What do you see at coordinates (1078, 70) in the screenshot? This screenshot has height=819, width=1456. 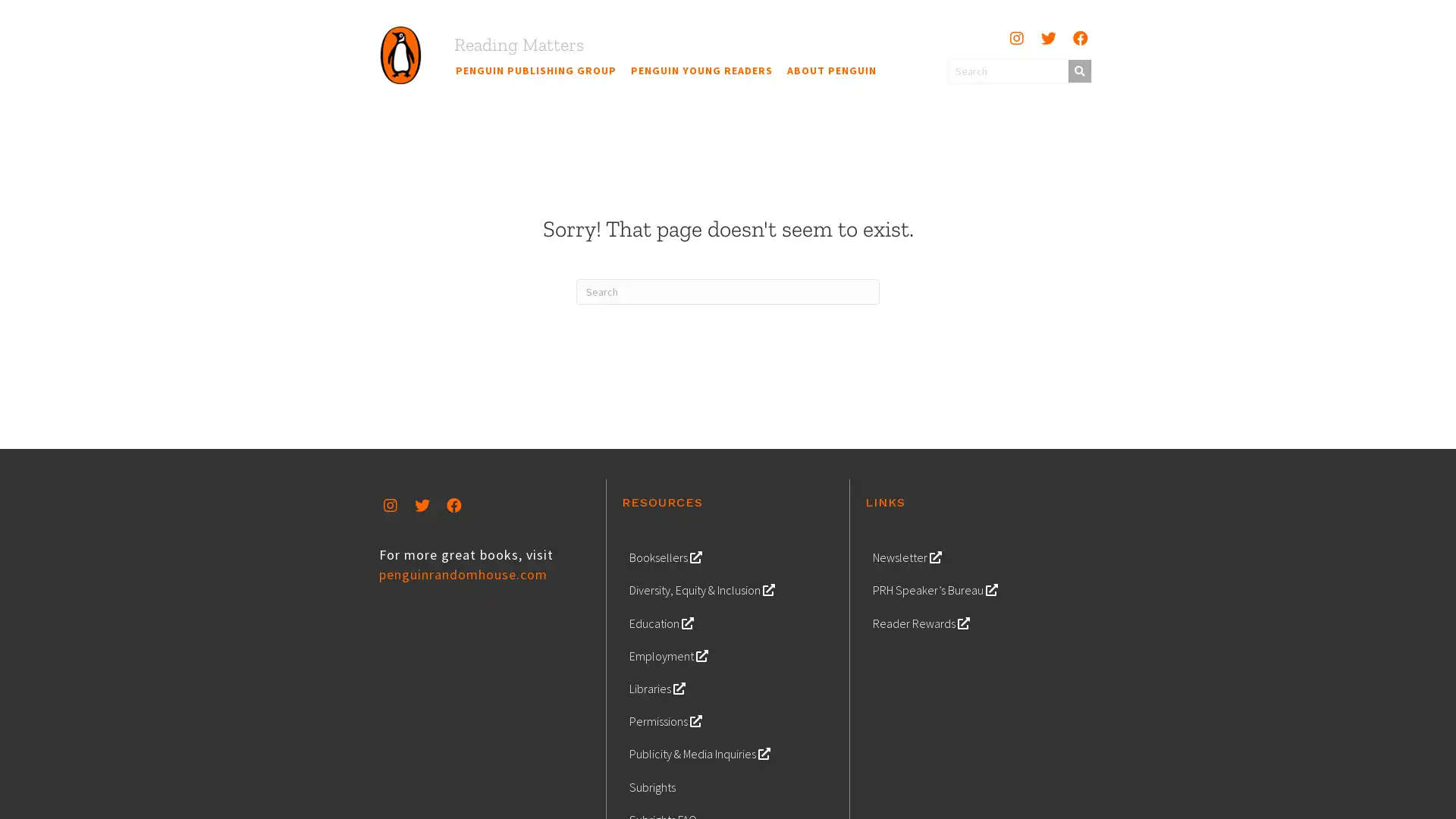 I see `Search` at bounding box center [1078, 70].